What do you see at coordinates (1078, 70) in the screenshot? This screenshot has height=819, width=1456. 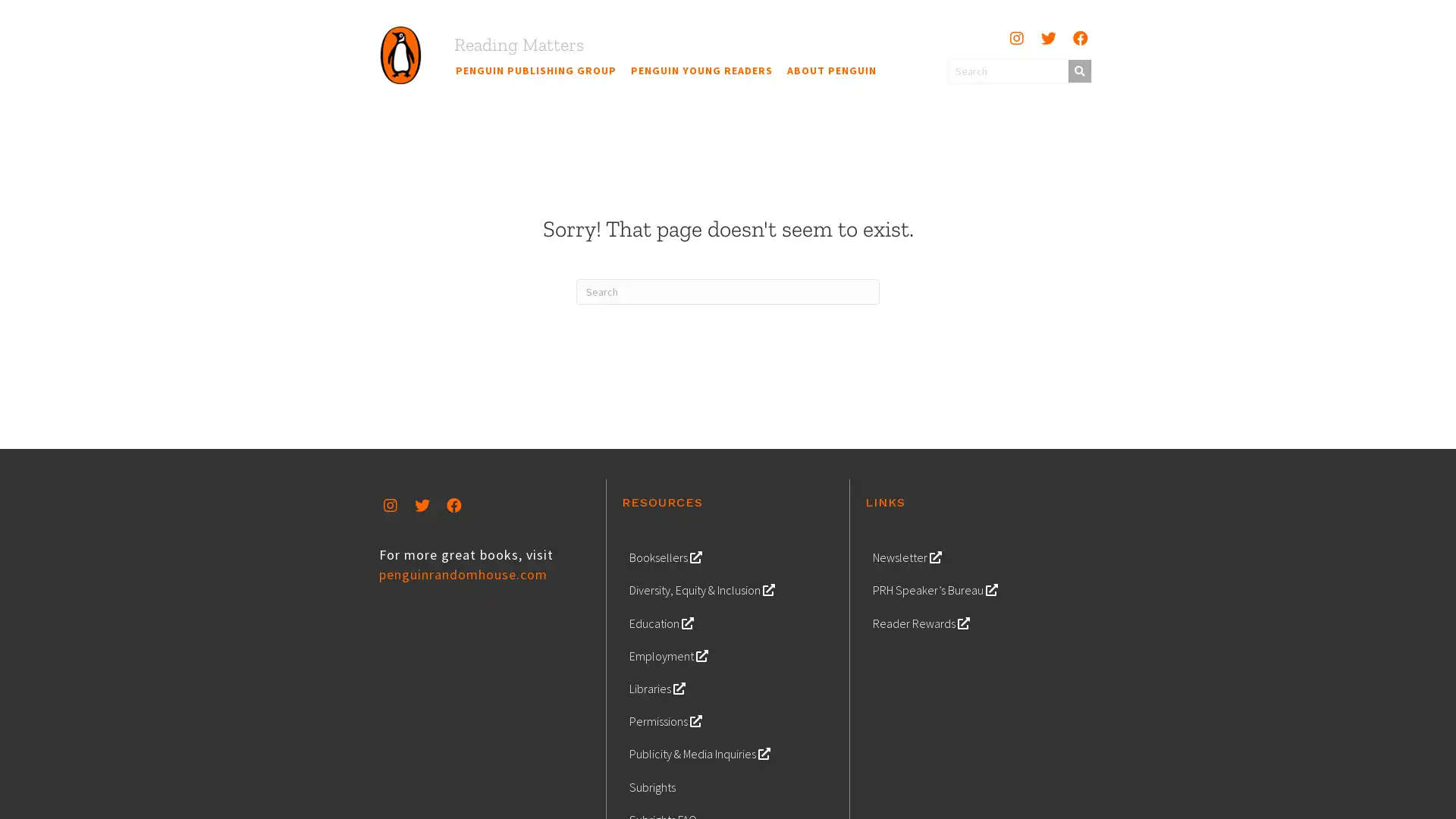 I see `Search` at bounding box center [1078, 70].